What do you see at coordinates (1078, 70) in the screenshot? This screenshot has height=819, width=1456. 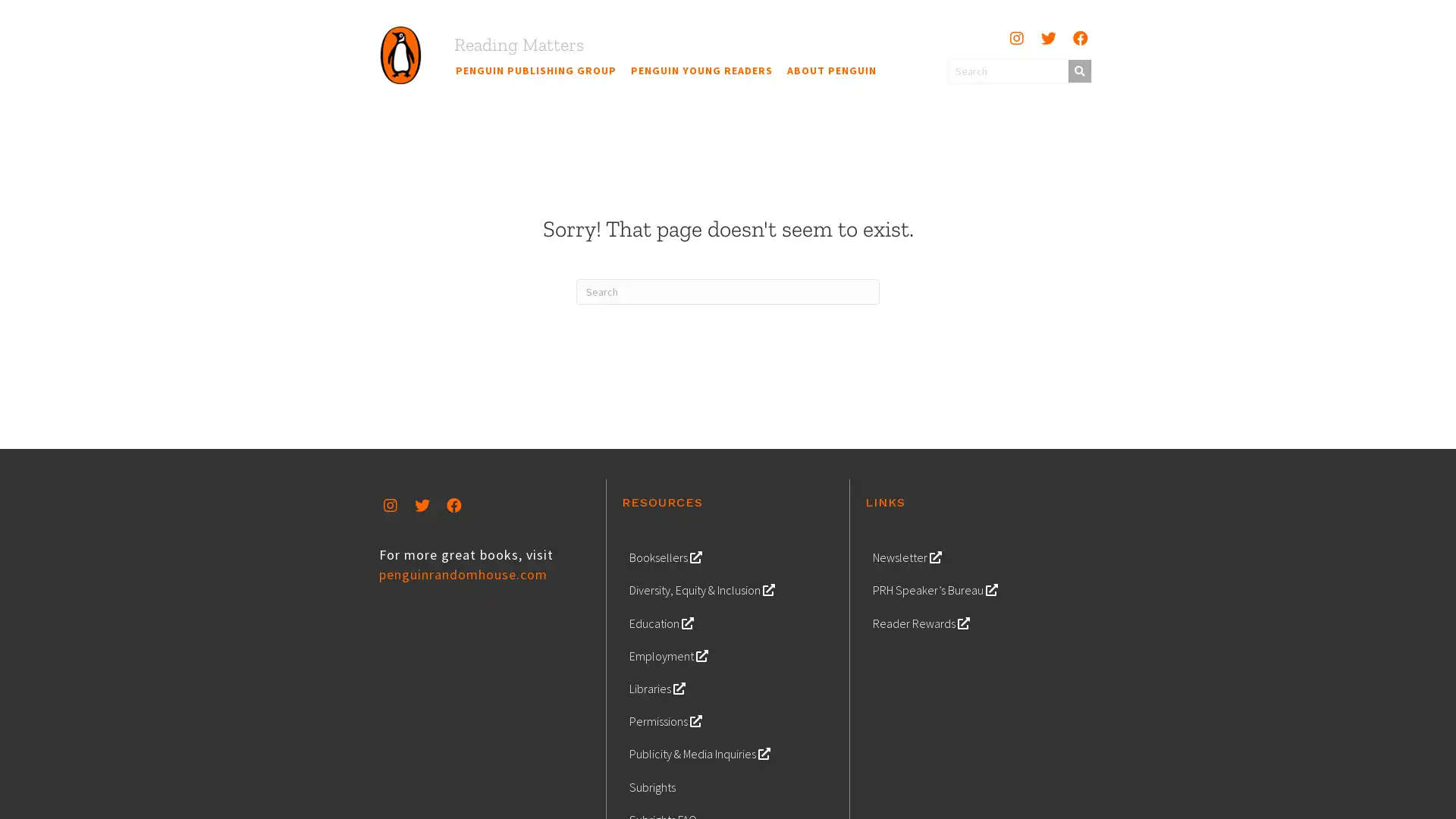 I see `Search` at bounding box center [1078, 70].